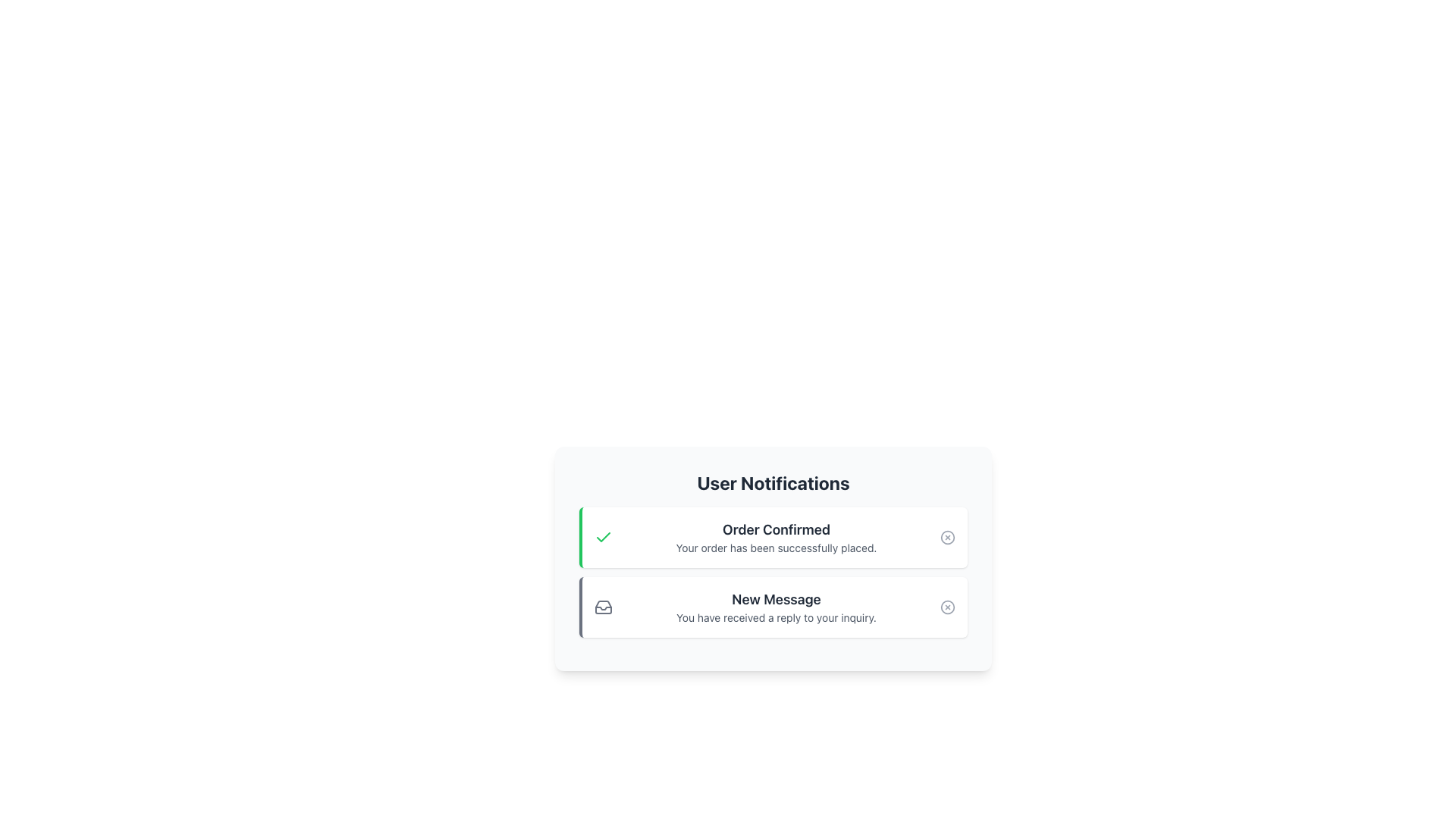 This screenshot has width=1456, height=819. Describe the element at coordinates (773, 558) in the screenshot. I see `the Notification Card, which is the first item in the User Notifications panel, styled with soft shadows and rounded corners, containing a bold category text and additional details` at that location.